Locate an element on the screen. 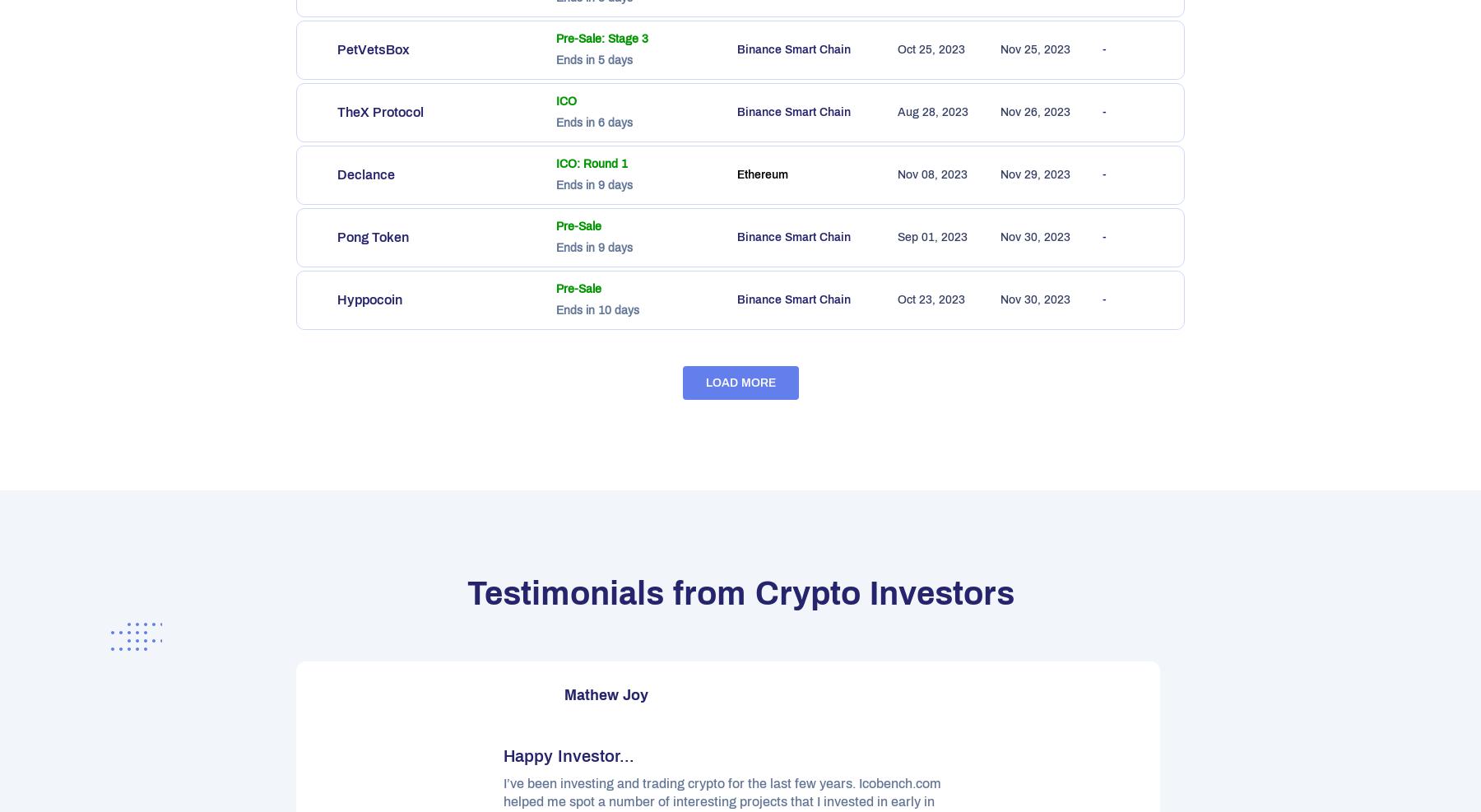 The height and width of the screenshot is (812, 1481). 'Nov 26, 2023' is located at coordinates (1000, 112).